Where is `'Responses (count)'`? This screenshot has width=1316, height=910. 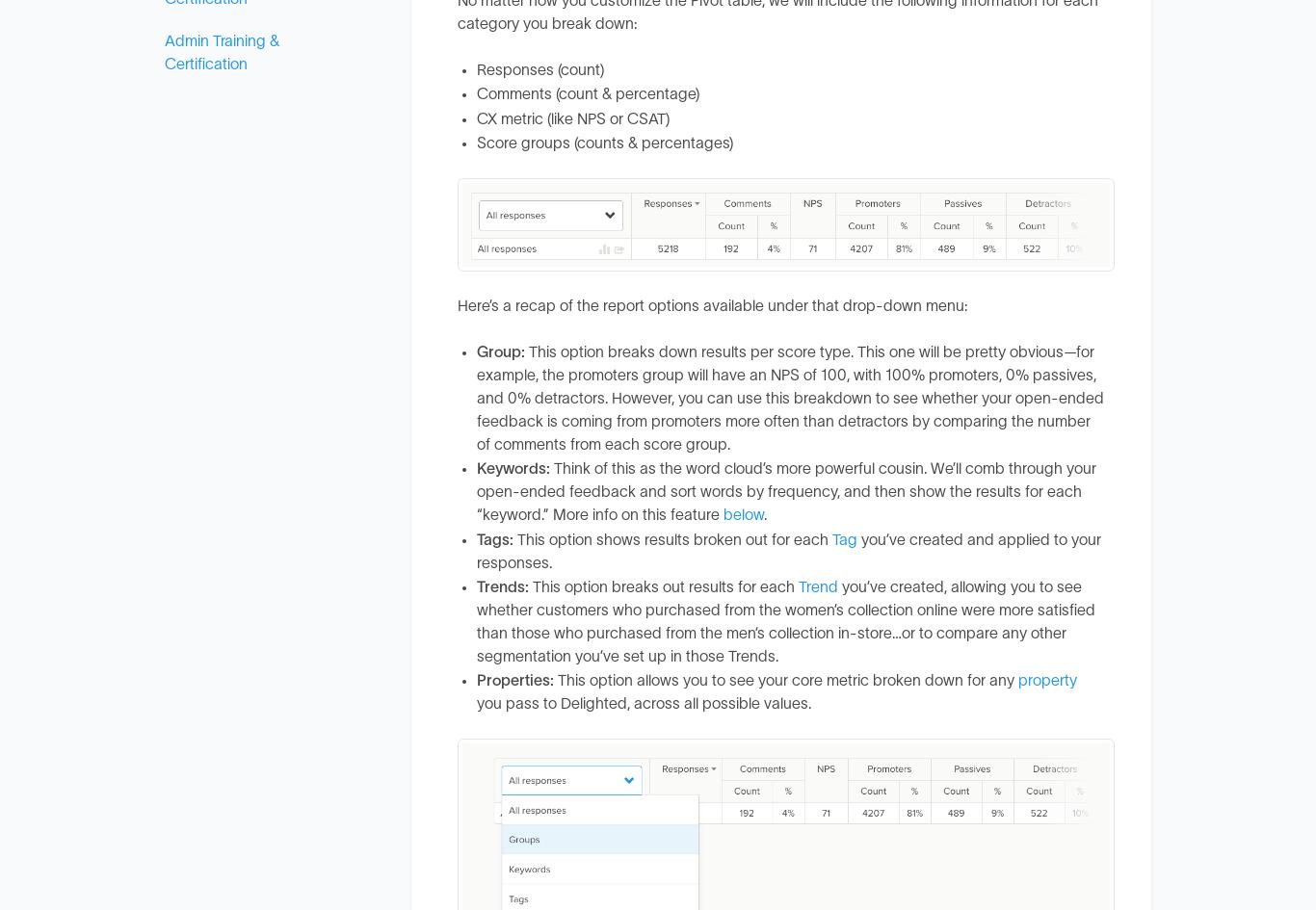
'Responses (count)' is located at coordinates (540, 68).